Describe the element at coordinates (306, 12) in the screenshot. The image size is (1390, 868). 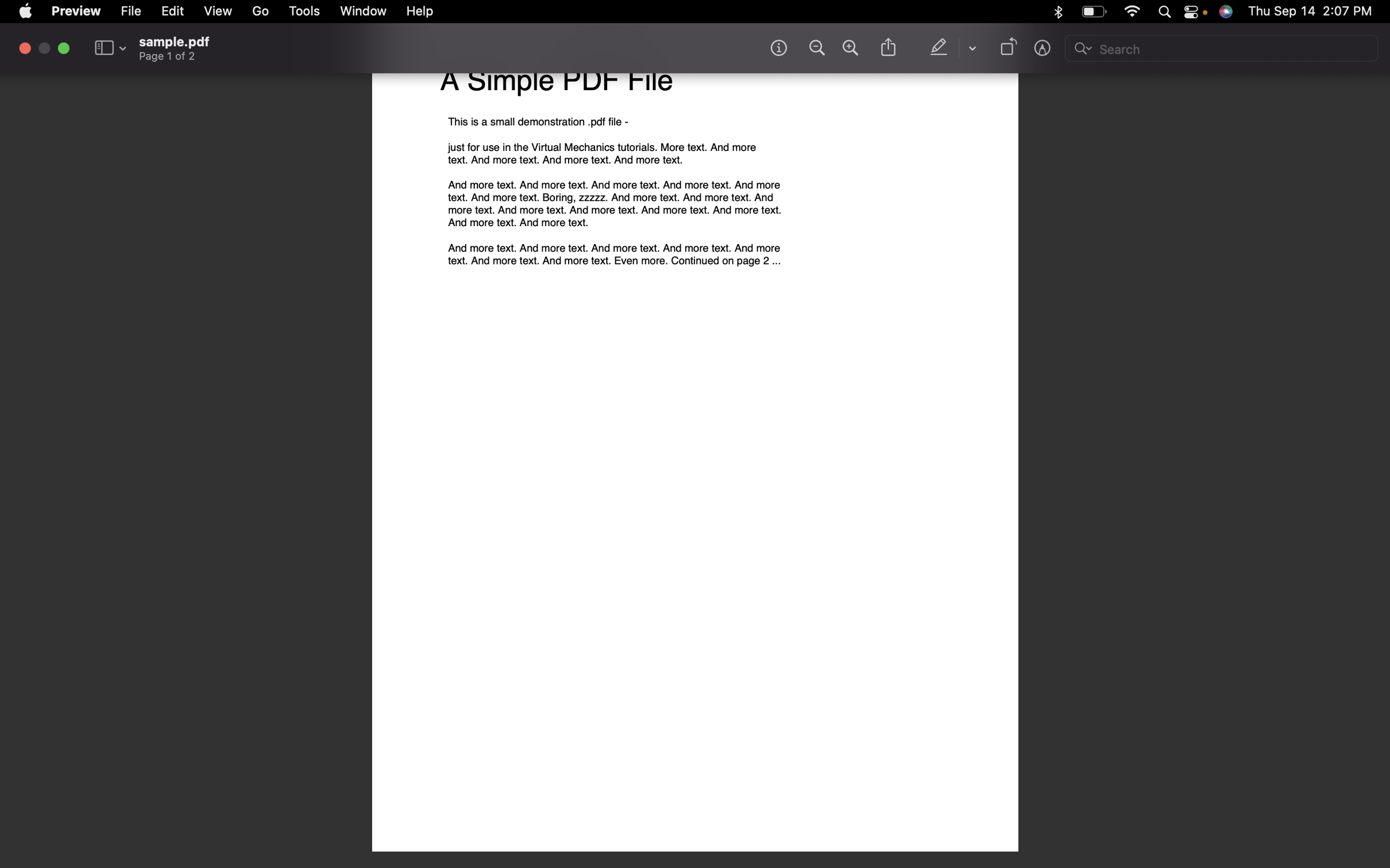
I see `the Tools section` at that location.